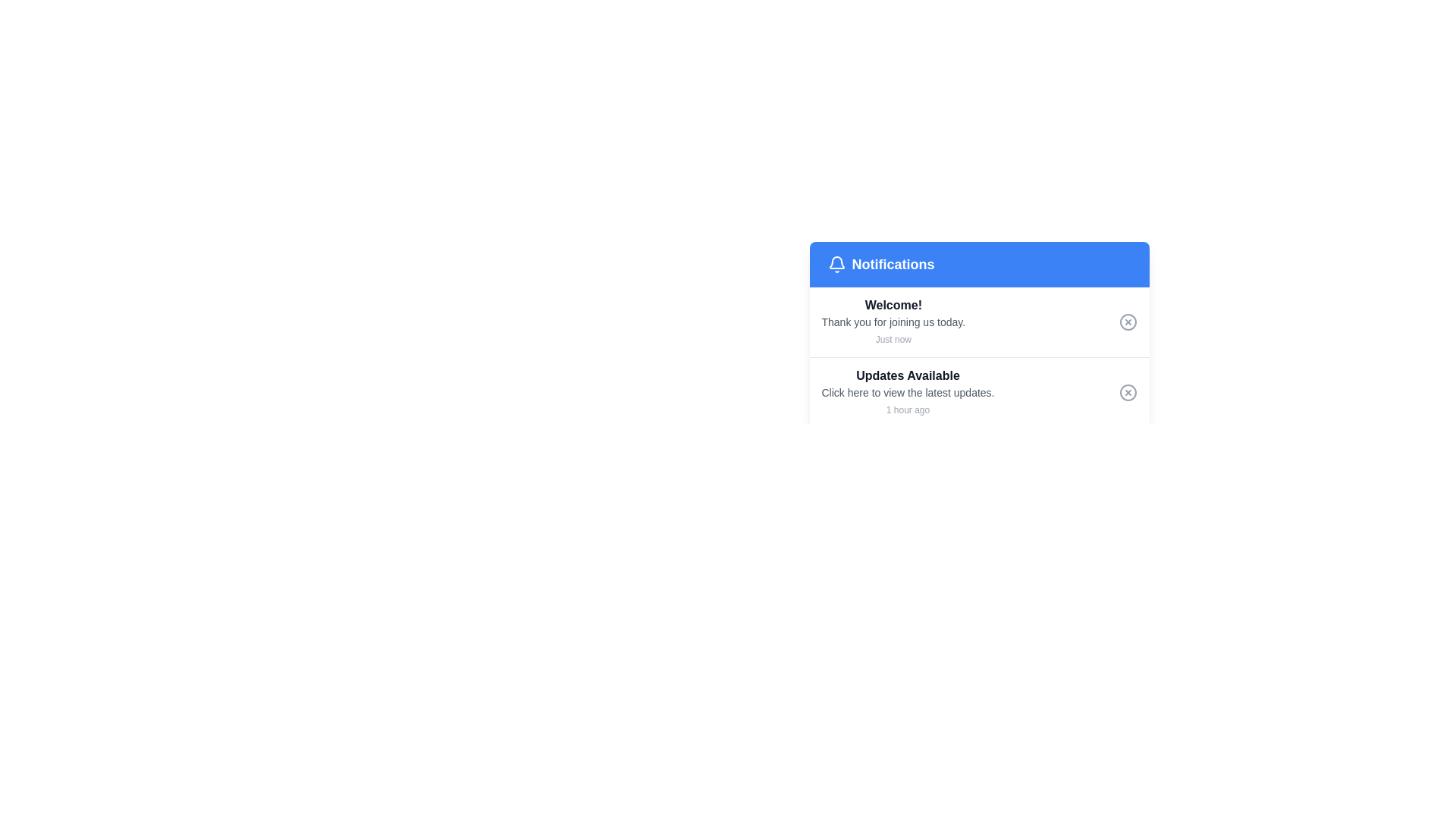  I want to click on the Notification List Item that displays 'Updates Available' with the description 'Click here, so click(979, 391).